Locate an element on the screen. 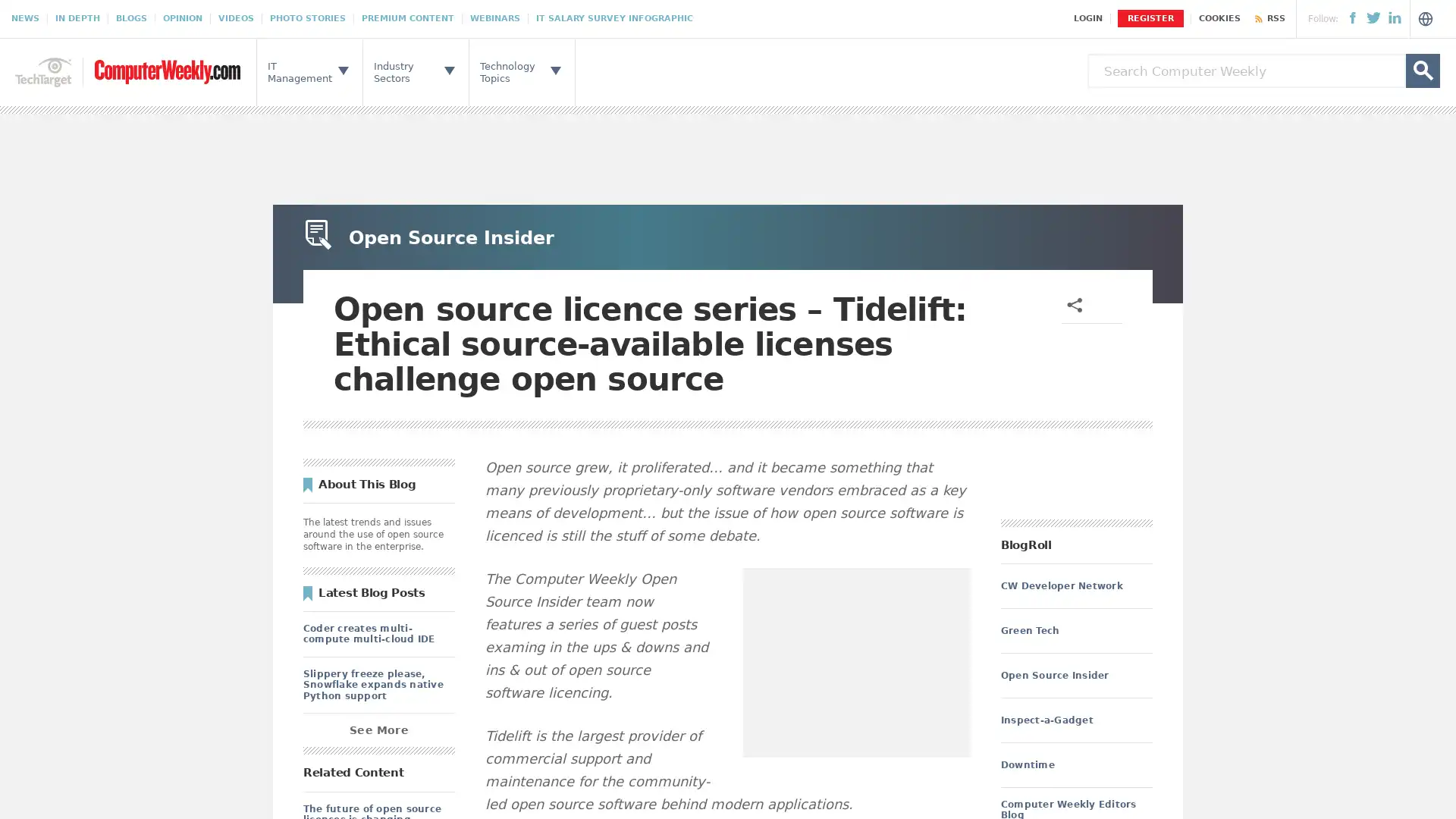 The height and width of the screenshot is (819, 1456). Search is located at coordinates (1422, 71).